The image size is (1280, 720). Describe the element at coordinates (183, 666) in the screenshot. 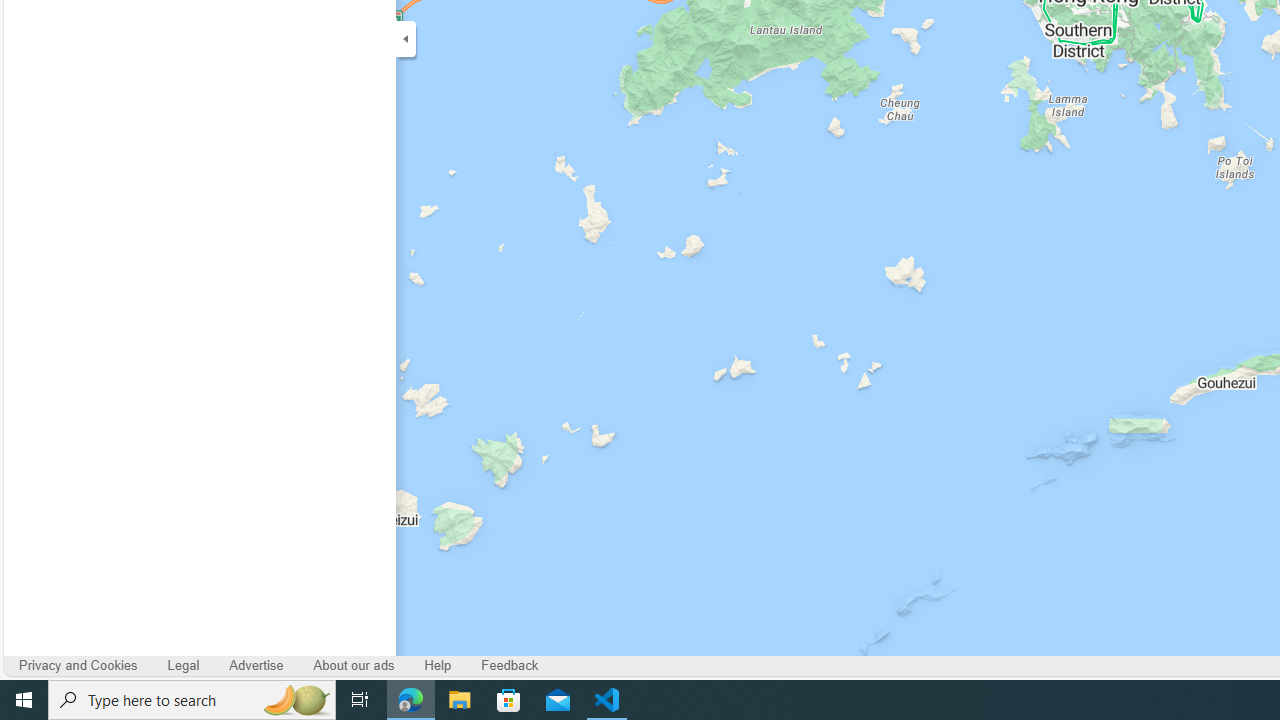

I see `'Legal'` at that location.